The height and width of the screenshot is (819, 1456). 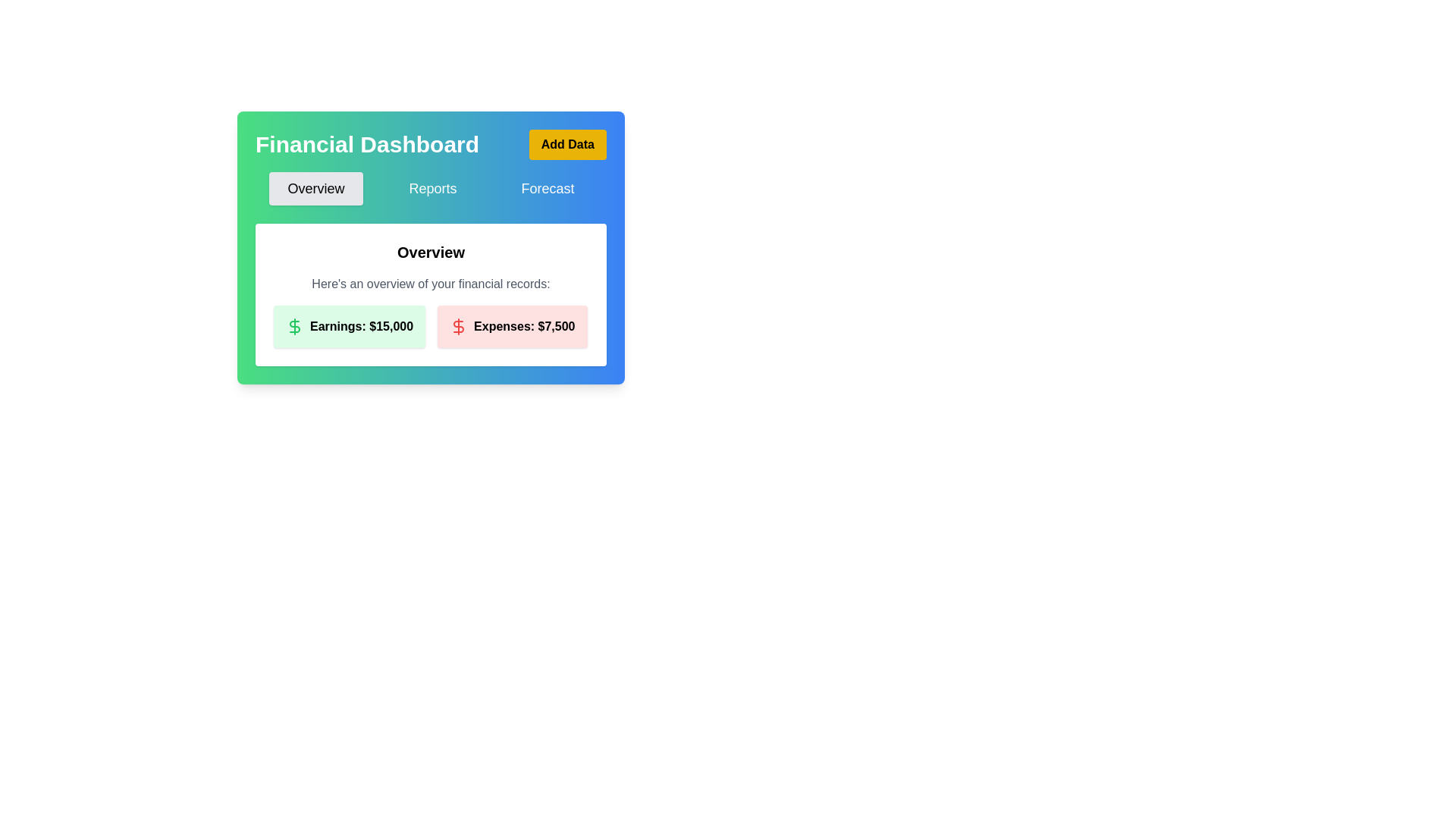 I want to click on the Text Display showing 'Expenses: $7,500' which is styled with bold font and located below the 'Overview' text block, right-aligned next to the red dollar sign icon, so click(x=524, y=326).